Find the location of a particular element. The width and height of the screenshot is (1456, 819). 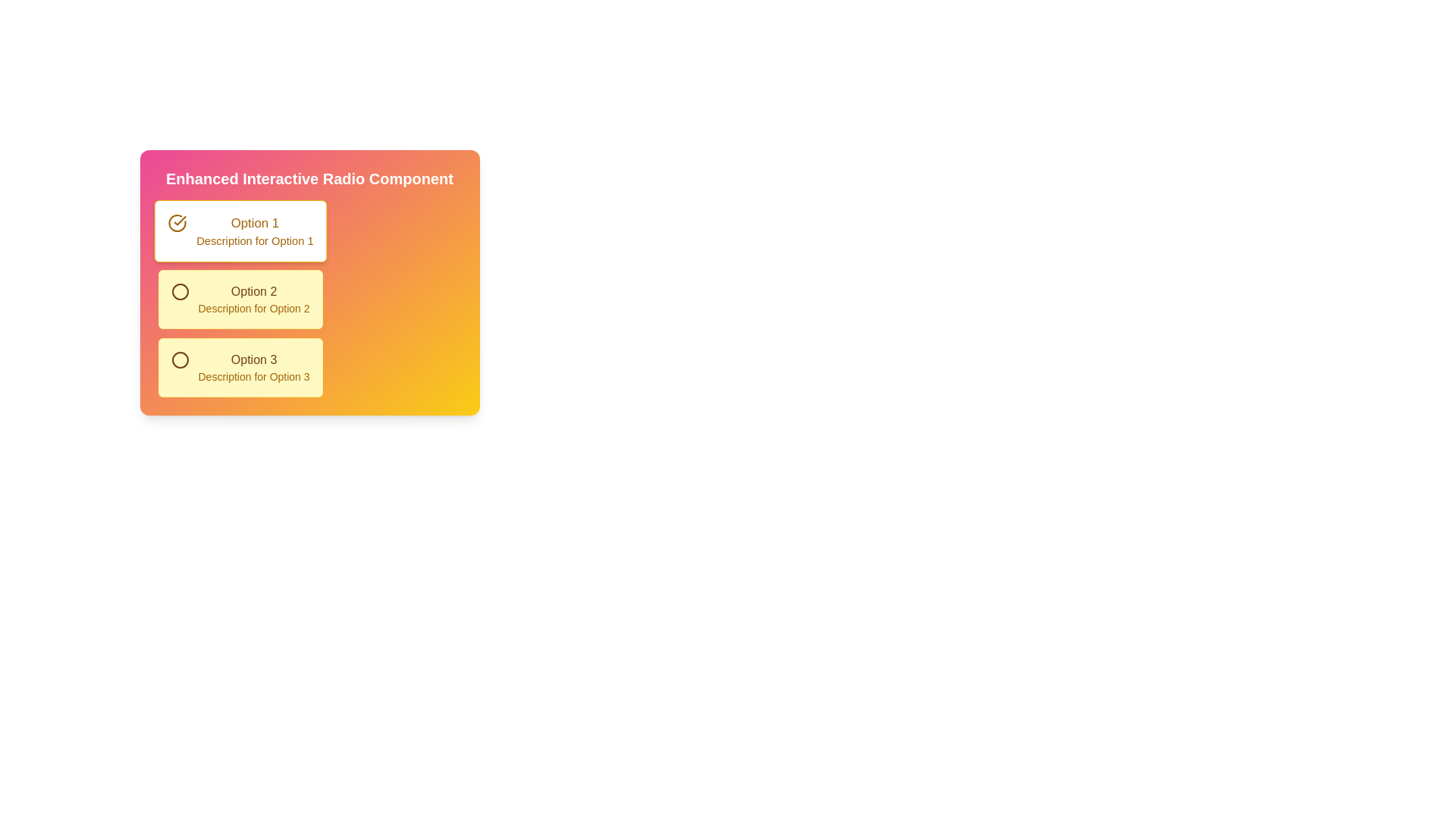

the second selectable card option in the group of radio buttons is located at coordinates (239, 299).